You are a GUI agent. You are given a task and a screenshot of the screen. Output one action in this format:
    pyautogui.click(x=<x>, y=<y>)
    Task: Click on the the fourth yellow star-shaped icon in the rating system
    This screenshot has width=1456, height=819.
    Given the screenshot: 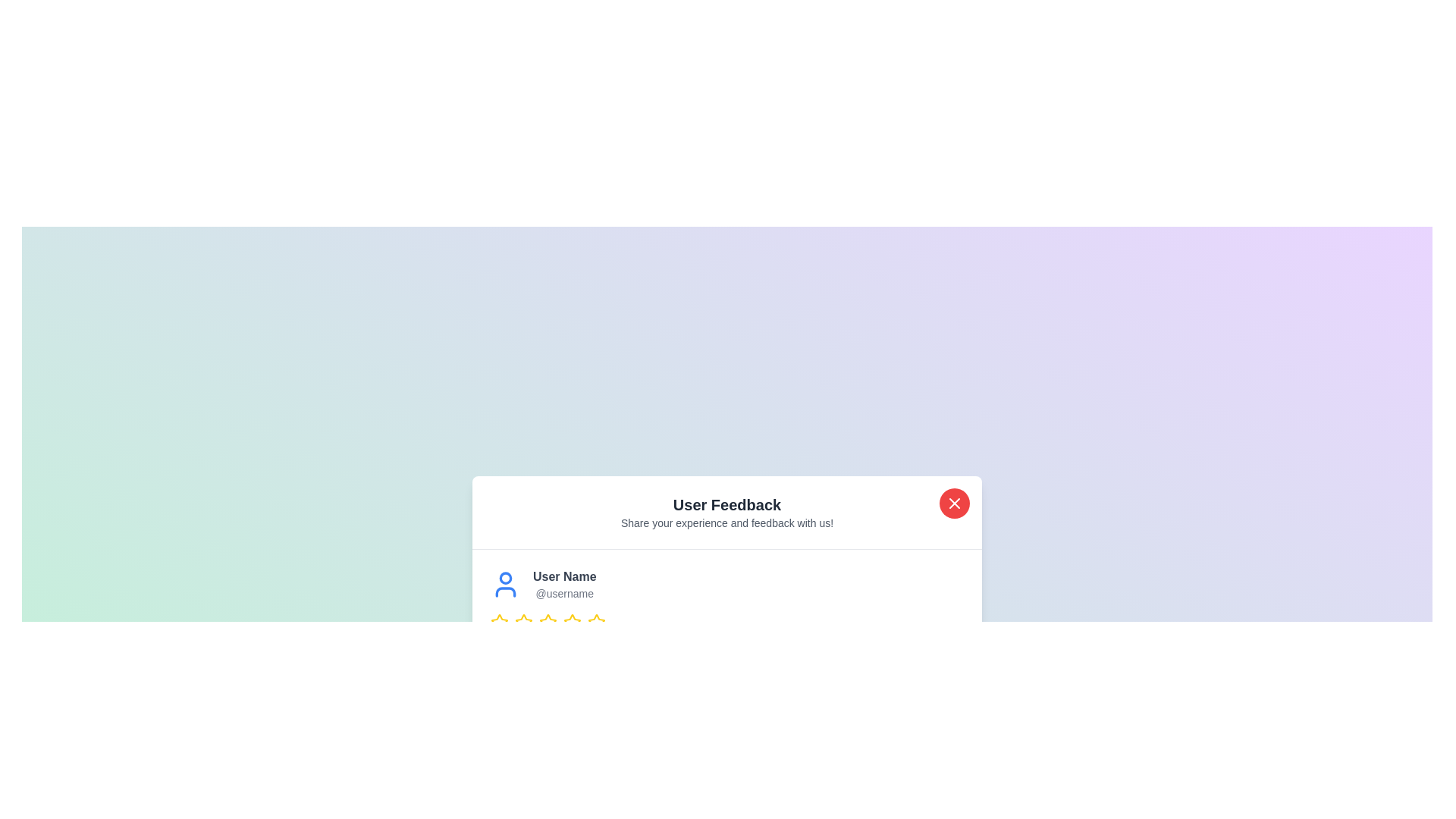 What is the action you would take?
    pyautogui.click(x=548, y=622)
    